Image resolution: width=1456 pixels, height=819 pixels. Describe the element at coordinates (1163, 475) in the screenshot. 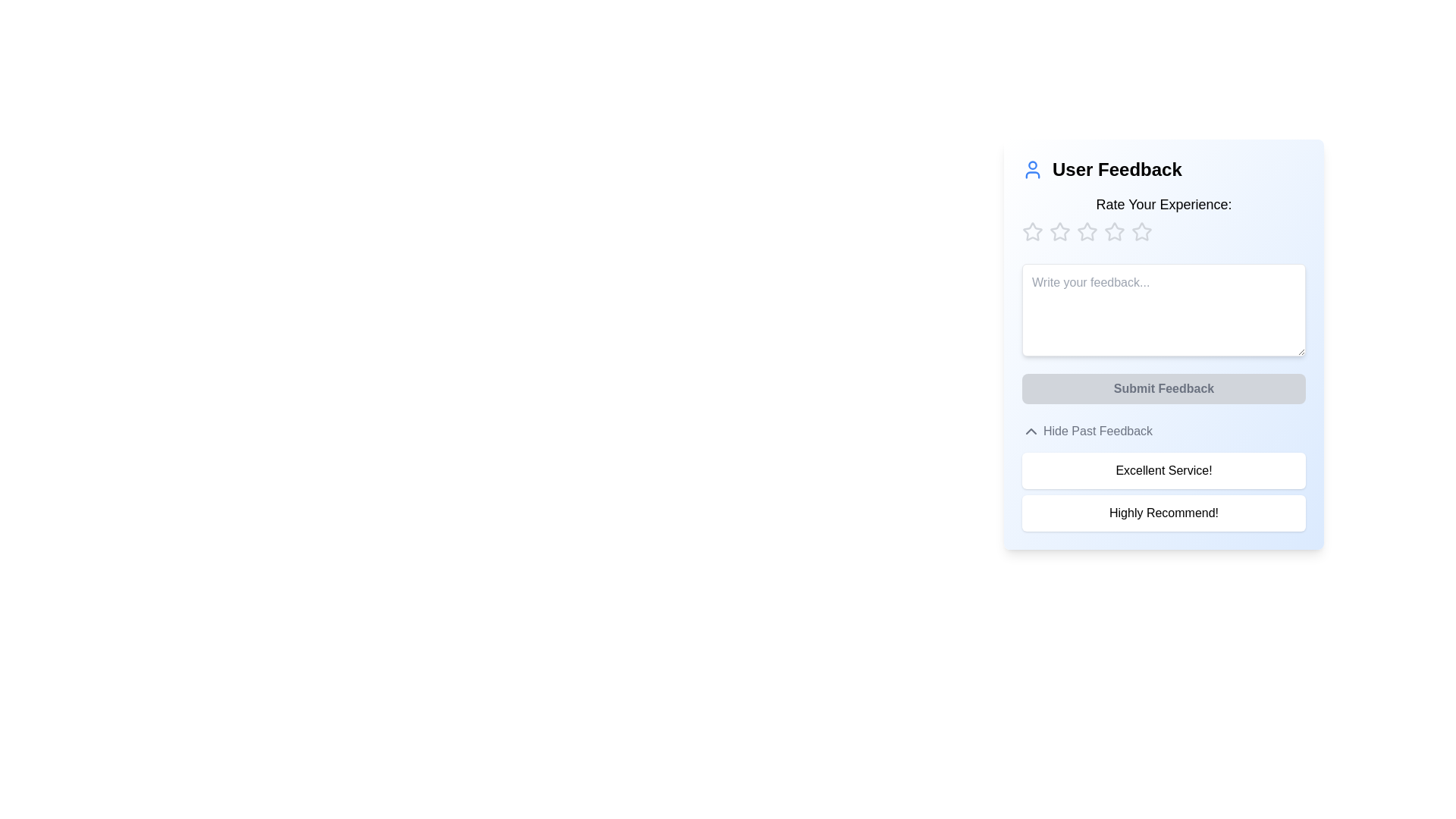

I see `the static text display element showing 'Excellent Service!' which is located under the heading 'Hide Past Feedback'` at that location.